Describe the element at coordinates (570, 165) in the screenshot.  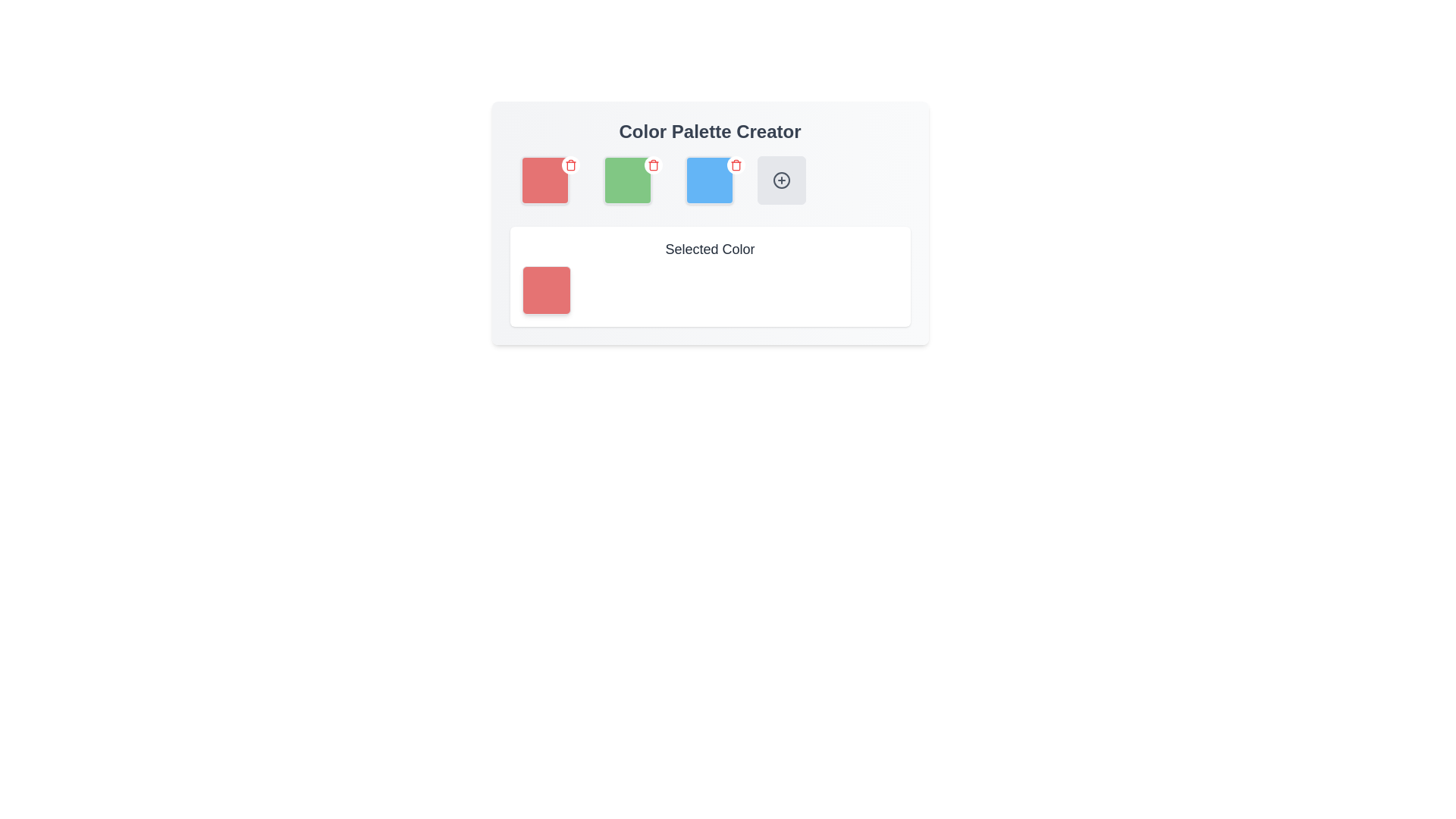
I see `the small circular button with a white background and a red trash can icon, located` at that location.